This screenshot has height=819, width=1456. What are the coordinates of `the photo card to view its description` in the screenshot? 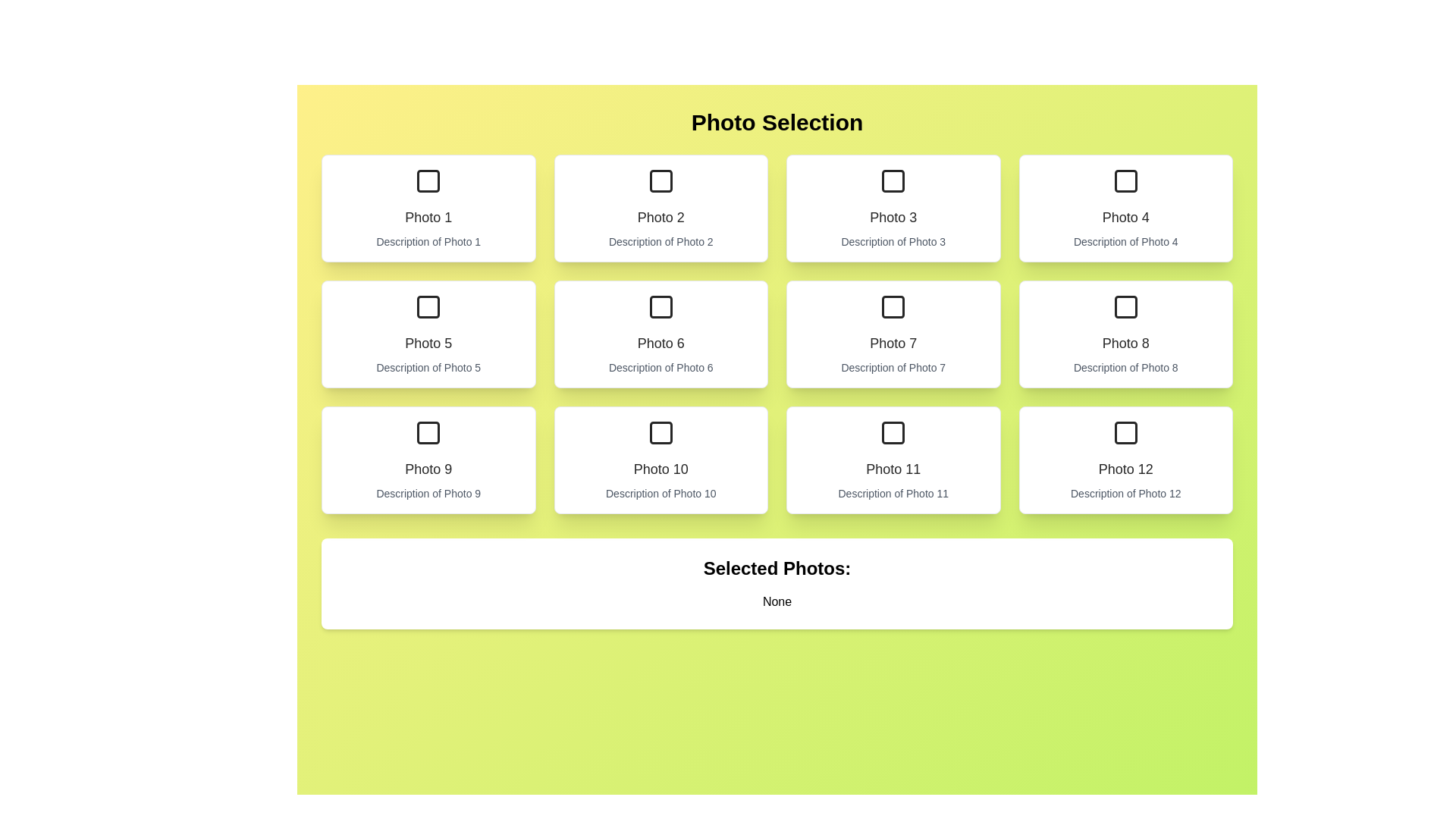 It's located at (428, 208).